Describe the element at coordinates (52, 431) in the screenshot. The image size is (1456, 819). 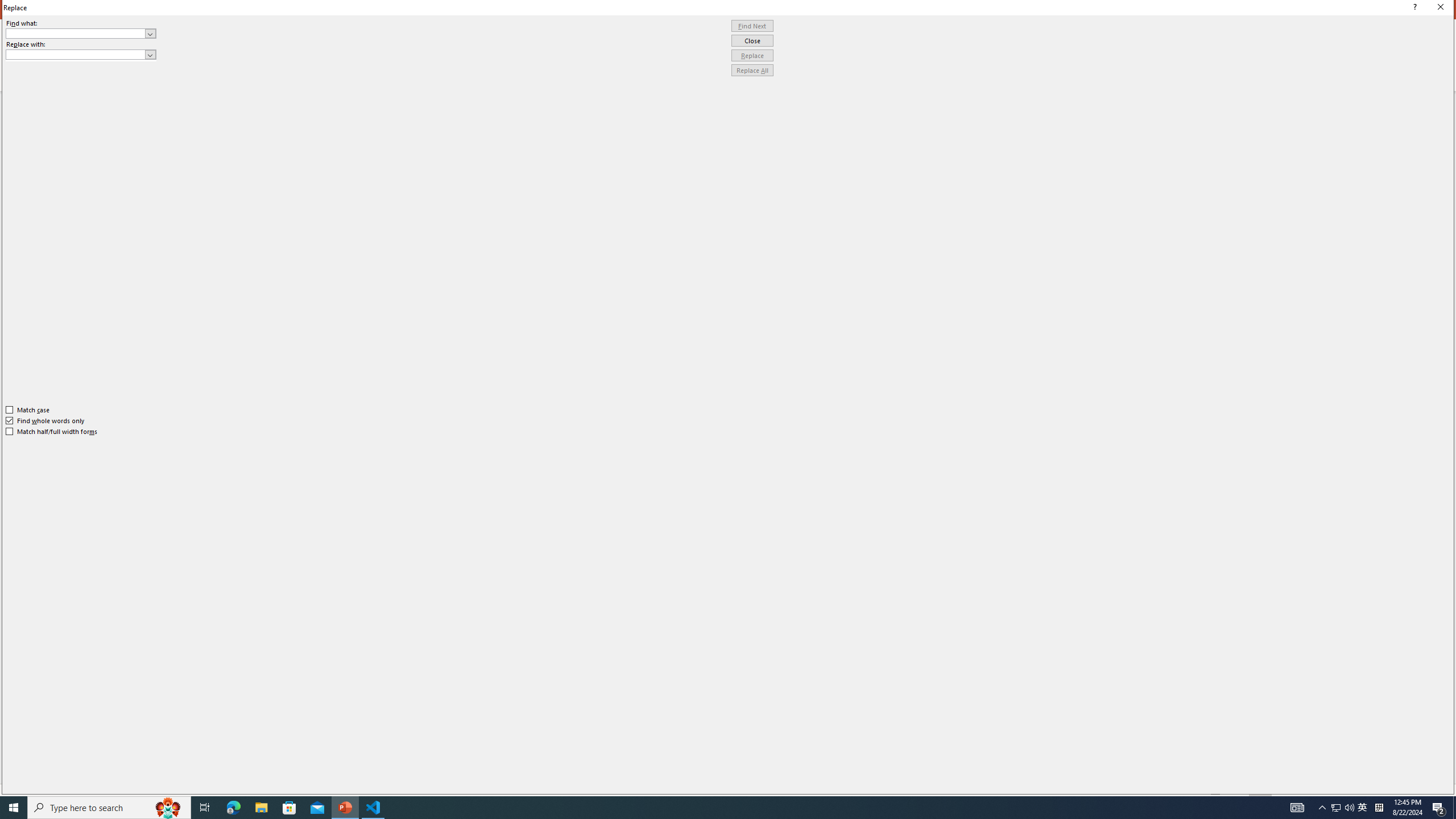
I see `'Match half/full width forms'` at that location.